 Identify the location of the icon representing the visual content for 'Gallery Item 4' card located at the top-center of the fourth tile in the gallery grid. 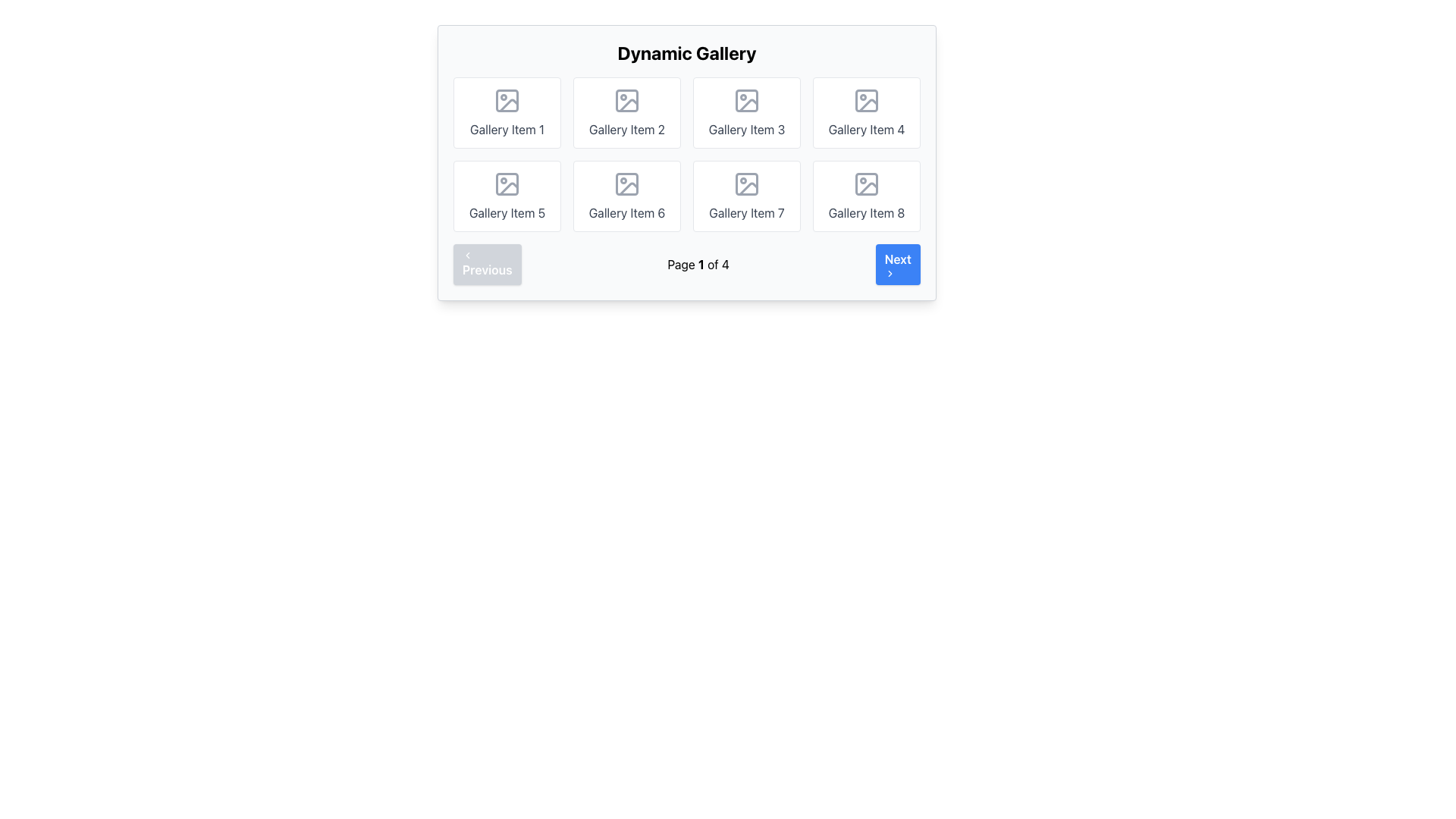
(866, 100).